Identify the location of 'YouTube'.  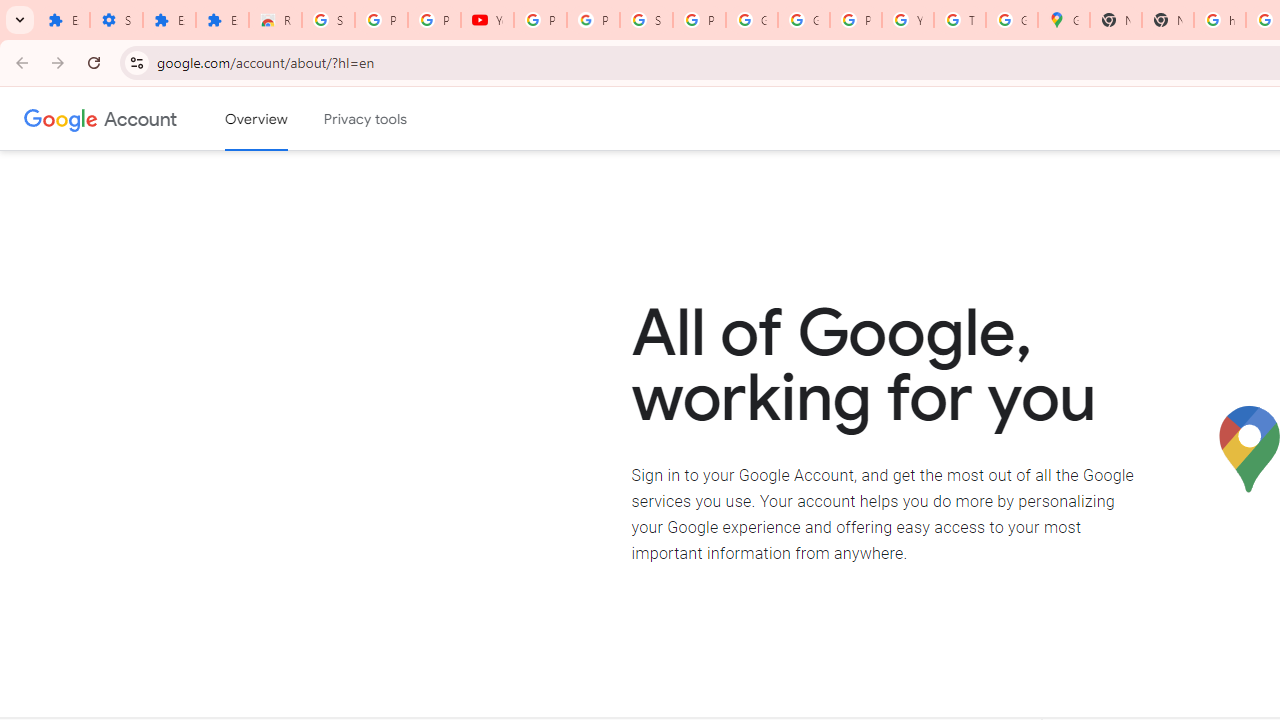
(487, 20).